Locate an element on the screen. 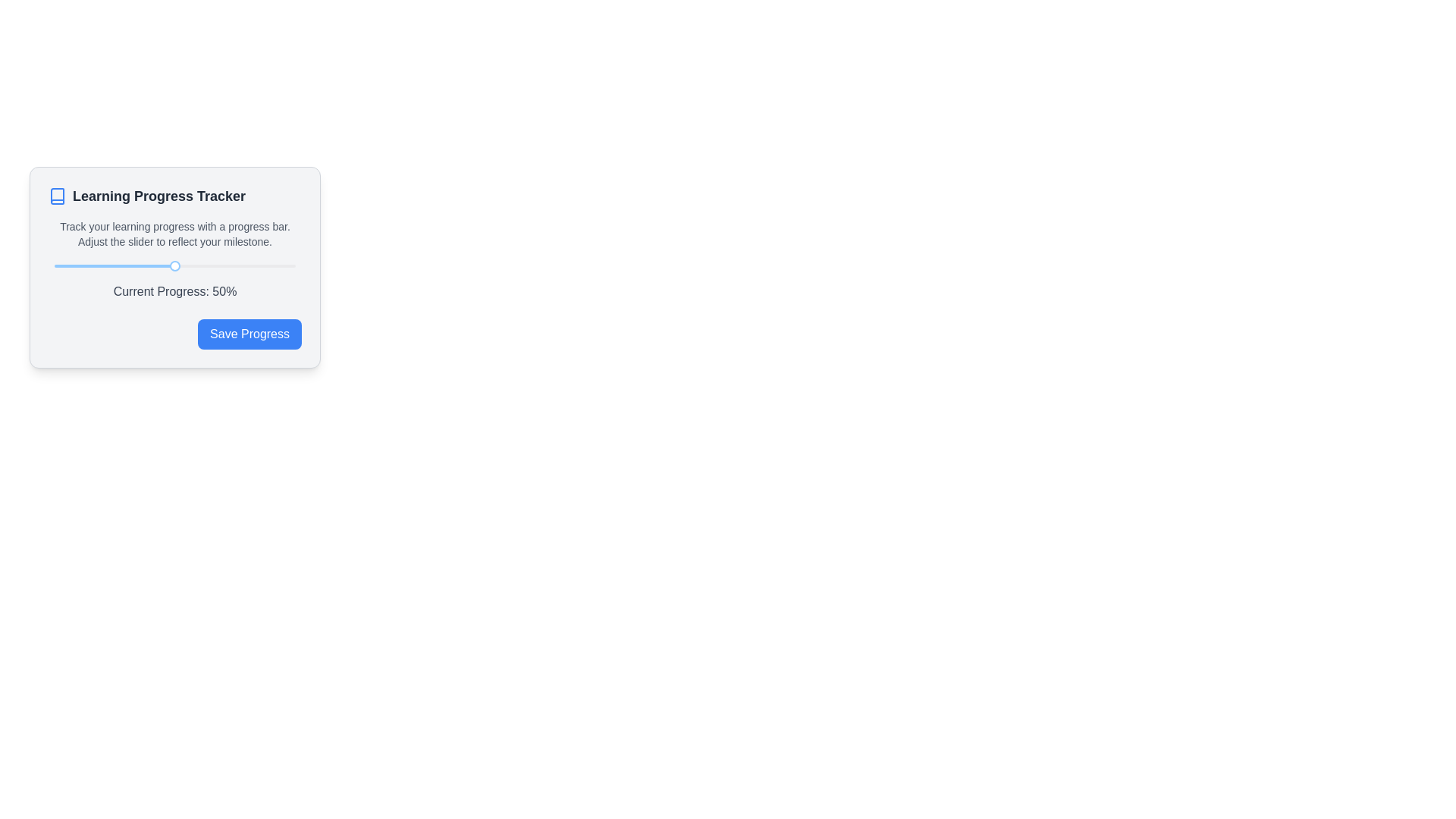 This screenshot has height=819, width=1456. the text label 'Learning Progress Tracker' which is styled with a bold font and dark gray color, located in the upper part of the card layout, adjacent to an icon is located at coordinates (159, 195).